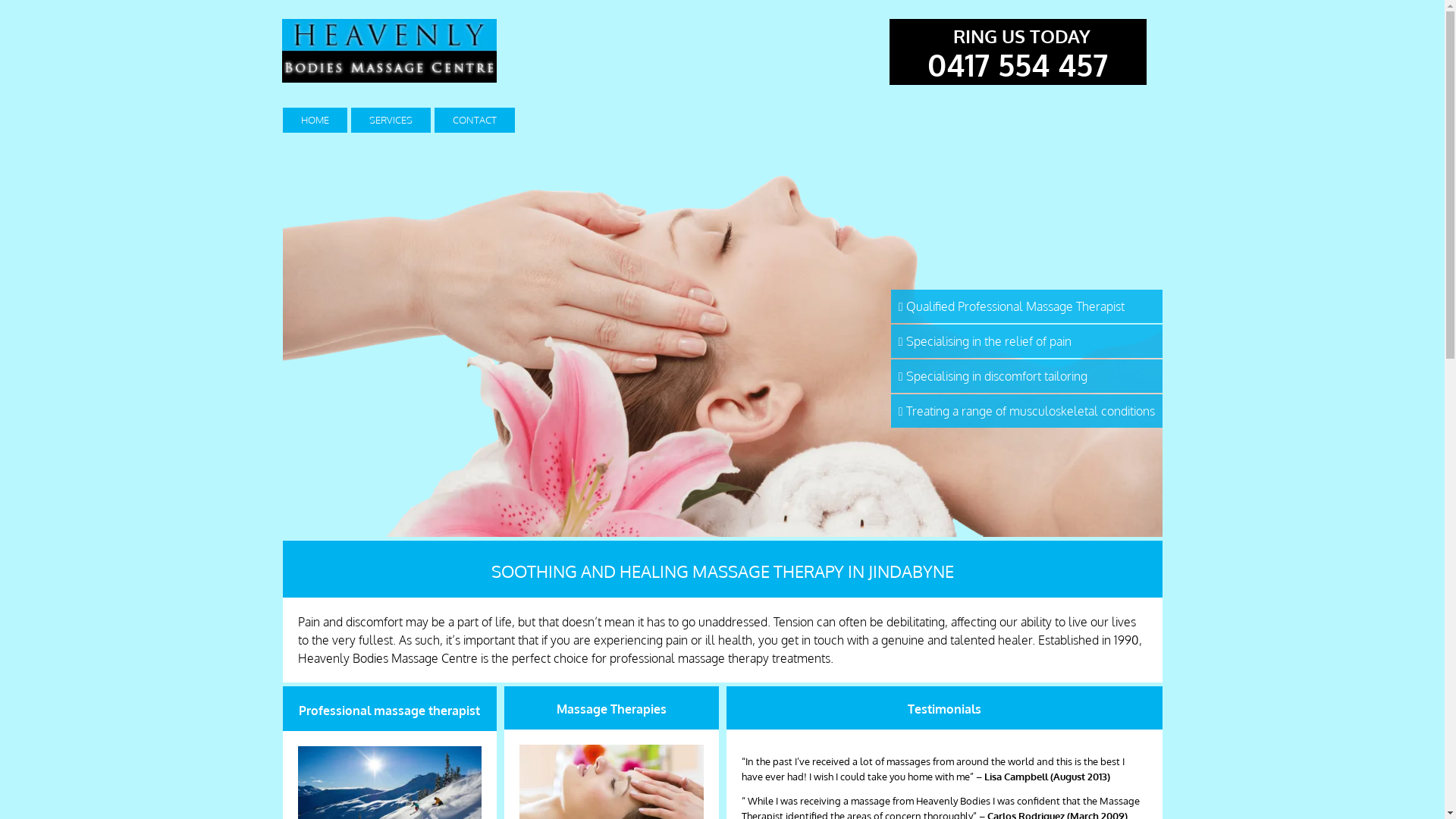 The image size is (1456, 819). Describe the element at coordinates (927, 68) in the screenshot. I see `'0417 554 457'` at that location.